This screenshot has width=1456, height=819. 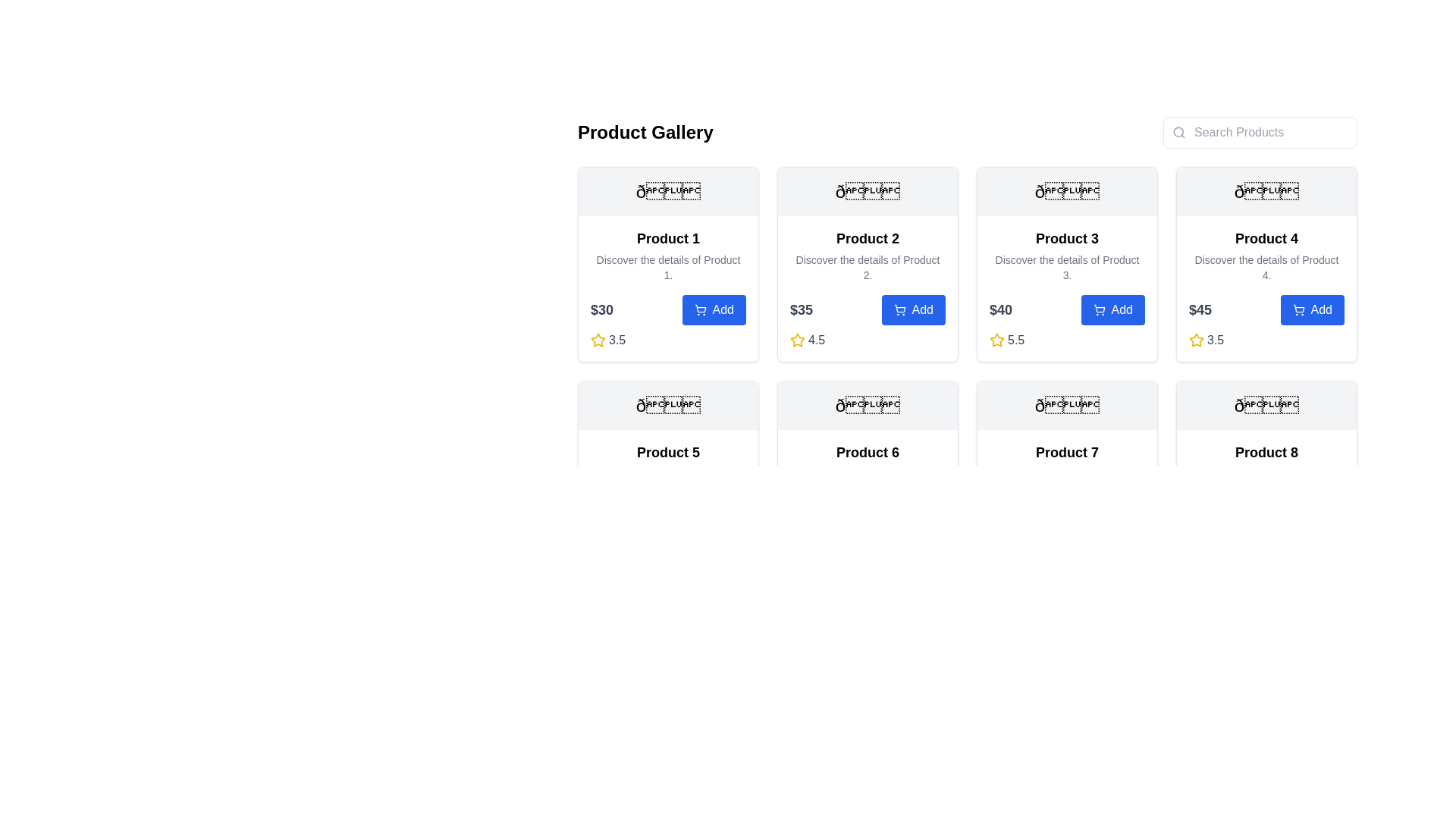 I want to click on the Icon or Decorative Symbol with a gray background located at the top of the 'Product 7' card, which is centered horizontally and positioned above the text content, so click(x=1066, y=405).